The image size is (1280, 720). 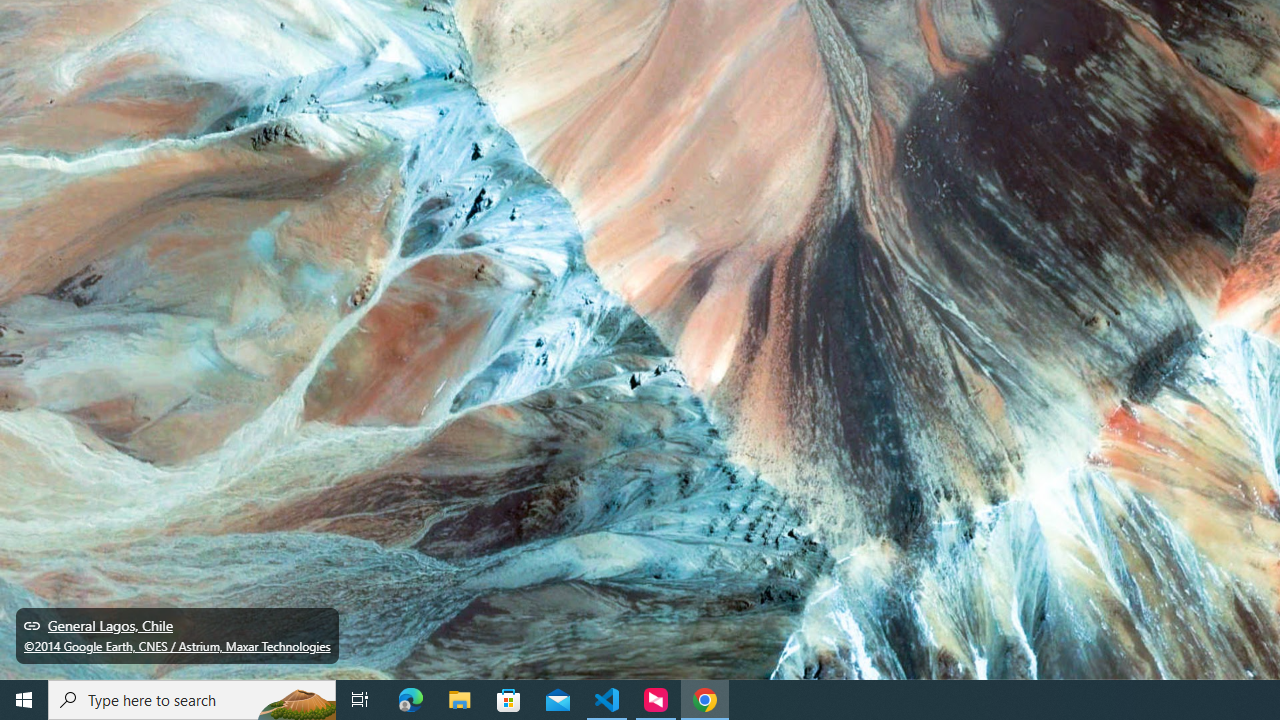 What do you see at coordinates (410, 698) in the screenshot?
I see `'Microsoft Edge'` at bounding box center [410, 698].